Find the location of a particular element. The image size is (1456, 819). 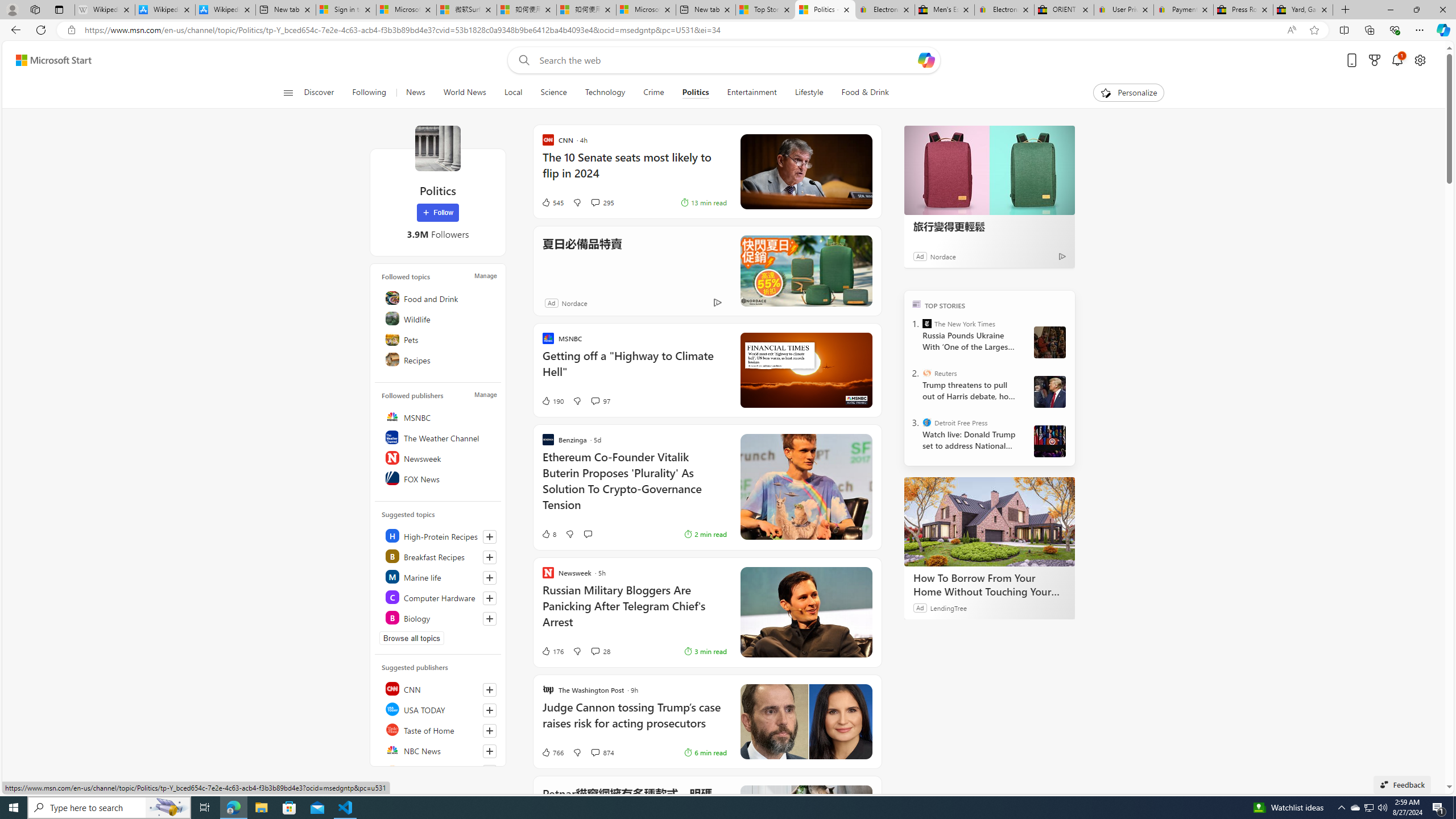

'USA TODAY' is located at coordinates (440, 709).